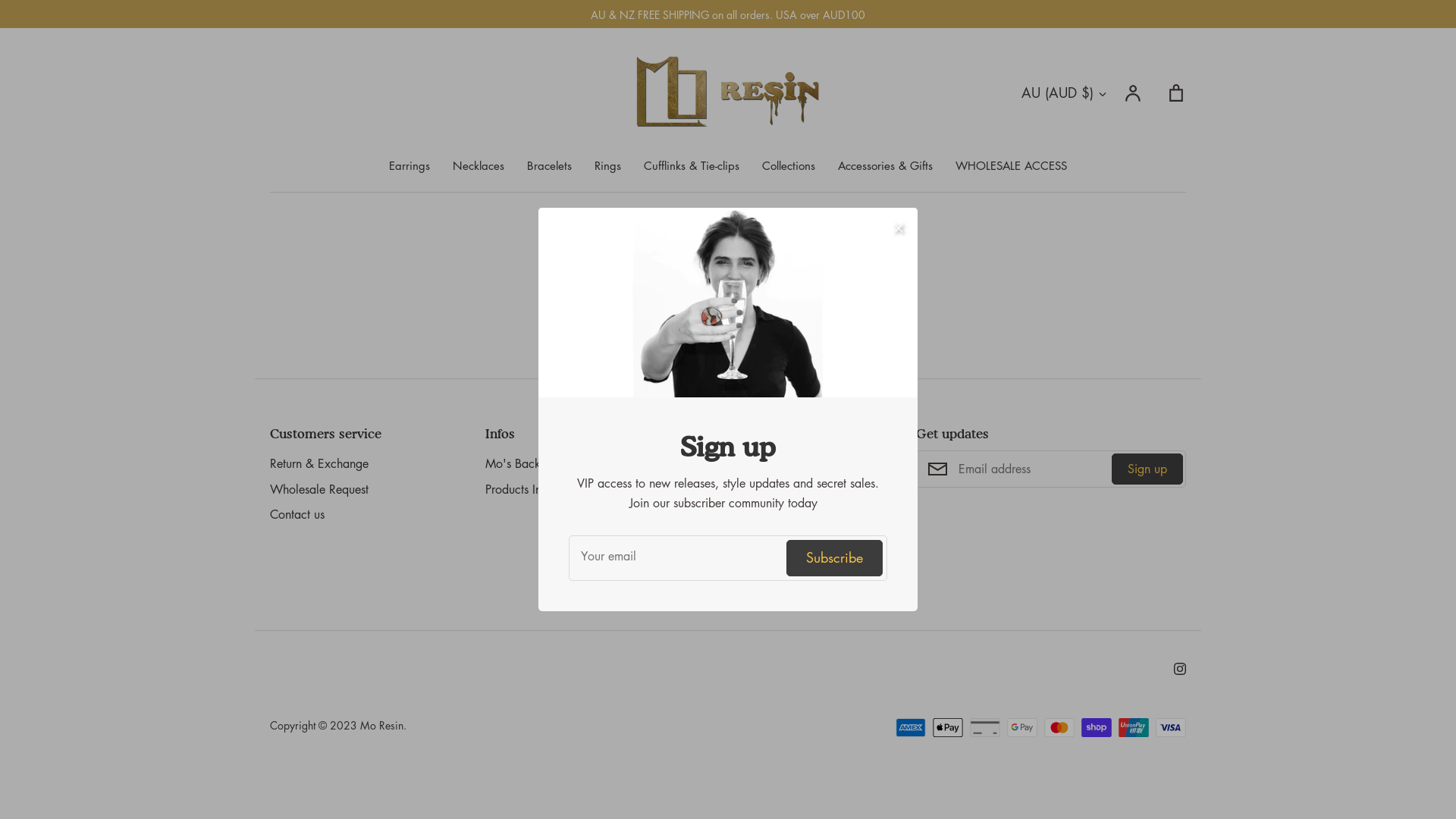 The image size is (1456, 819). Describe the element at coordinates (548, 165) in the screenshot. I see `'Bracelets'` at that location.